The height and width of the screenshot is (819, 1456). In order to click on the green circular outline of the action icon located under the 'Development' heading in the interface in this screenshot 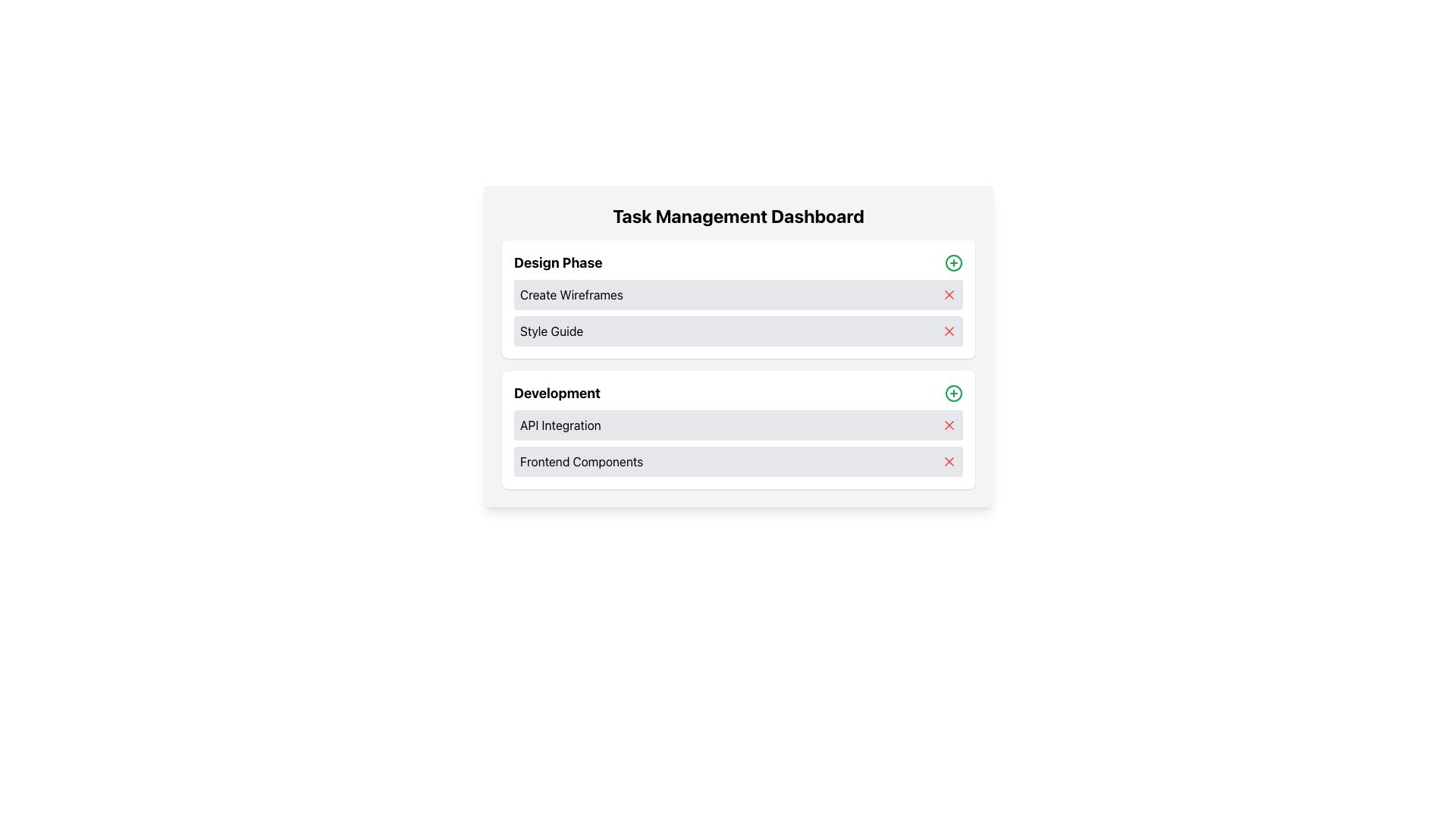, I will do `click(952, 262)`.